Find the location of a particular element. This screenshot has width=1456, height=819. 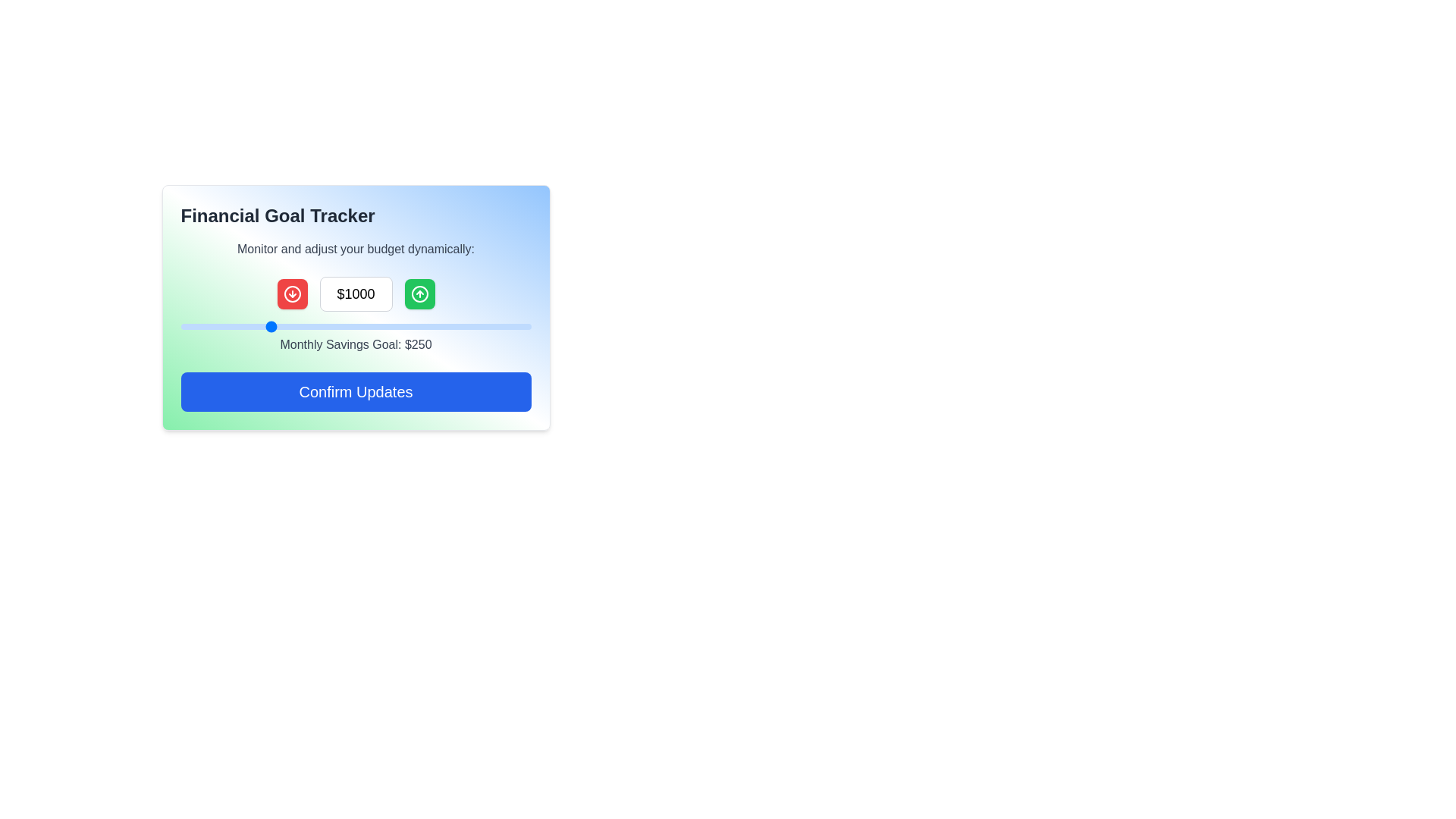

monetary value displayed in the Text label that follows 'Monthly Savings Goal:' located near the center horizontally in the lower region of the interface is located at coordinates (418, 344).